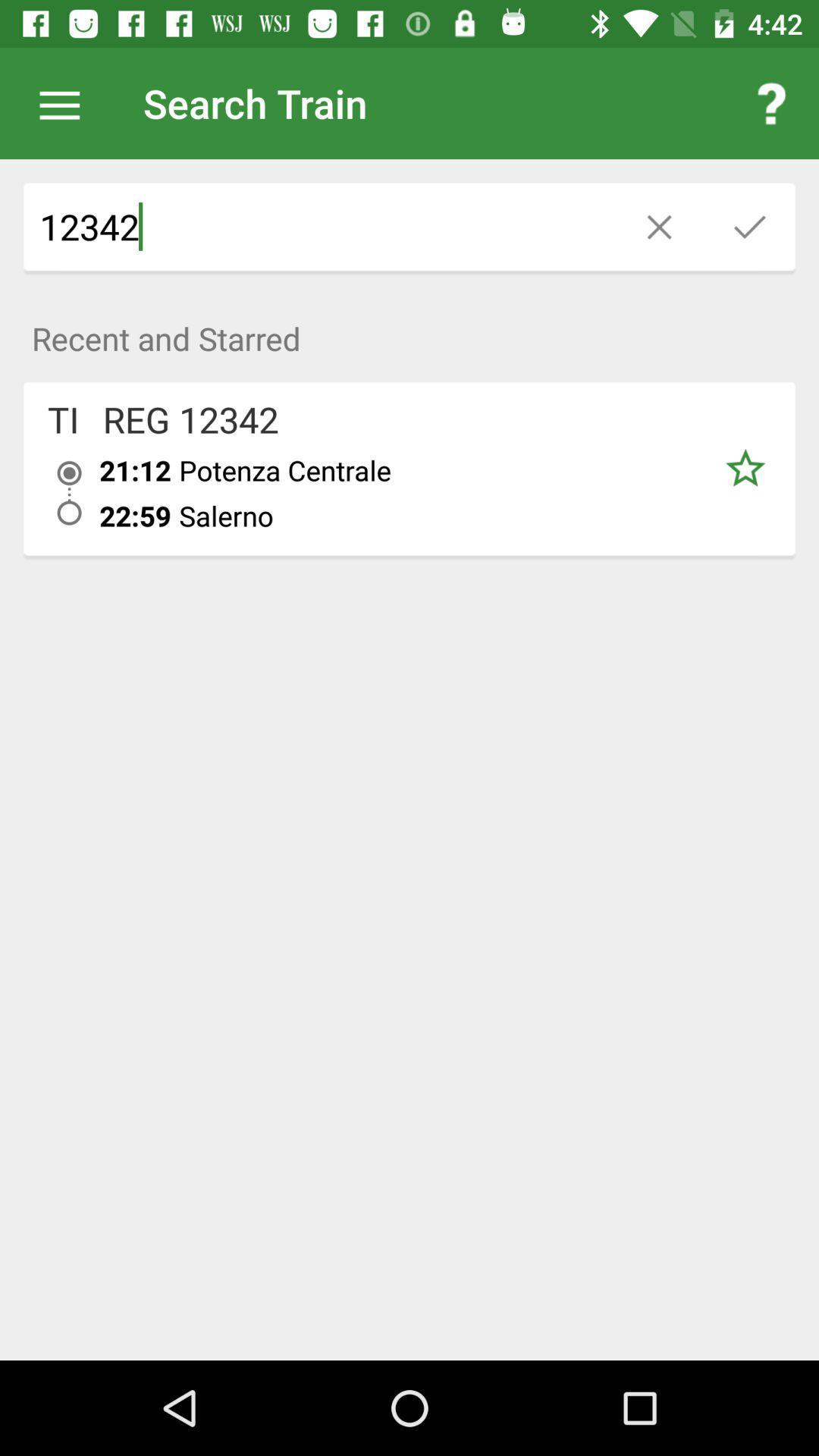 This screenshot has height=1456, width=819. Describe the element at coordinates (67, 102) in the screenshot. I see `app to the left of search train` at that location.